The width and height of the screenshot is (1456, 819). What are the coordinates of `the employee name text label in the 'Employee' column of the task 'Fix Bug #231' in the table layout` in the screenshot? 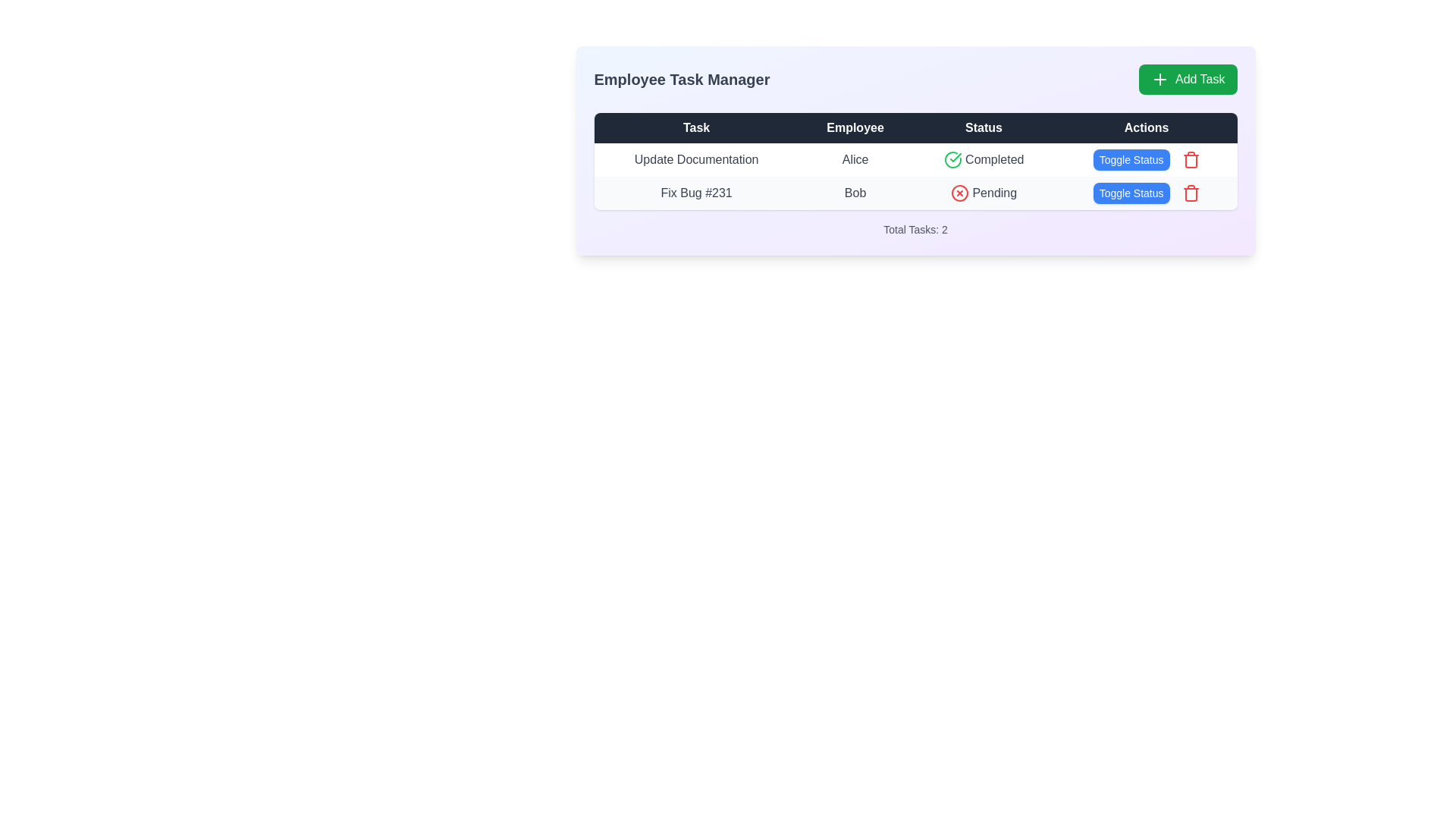 It's located at (855, 192).